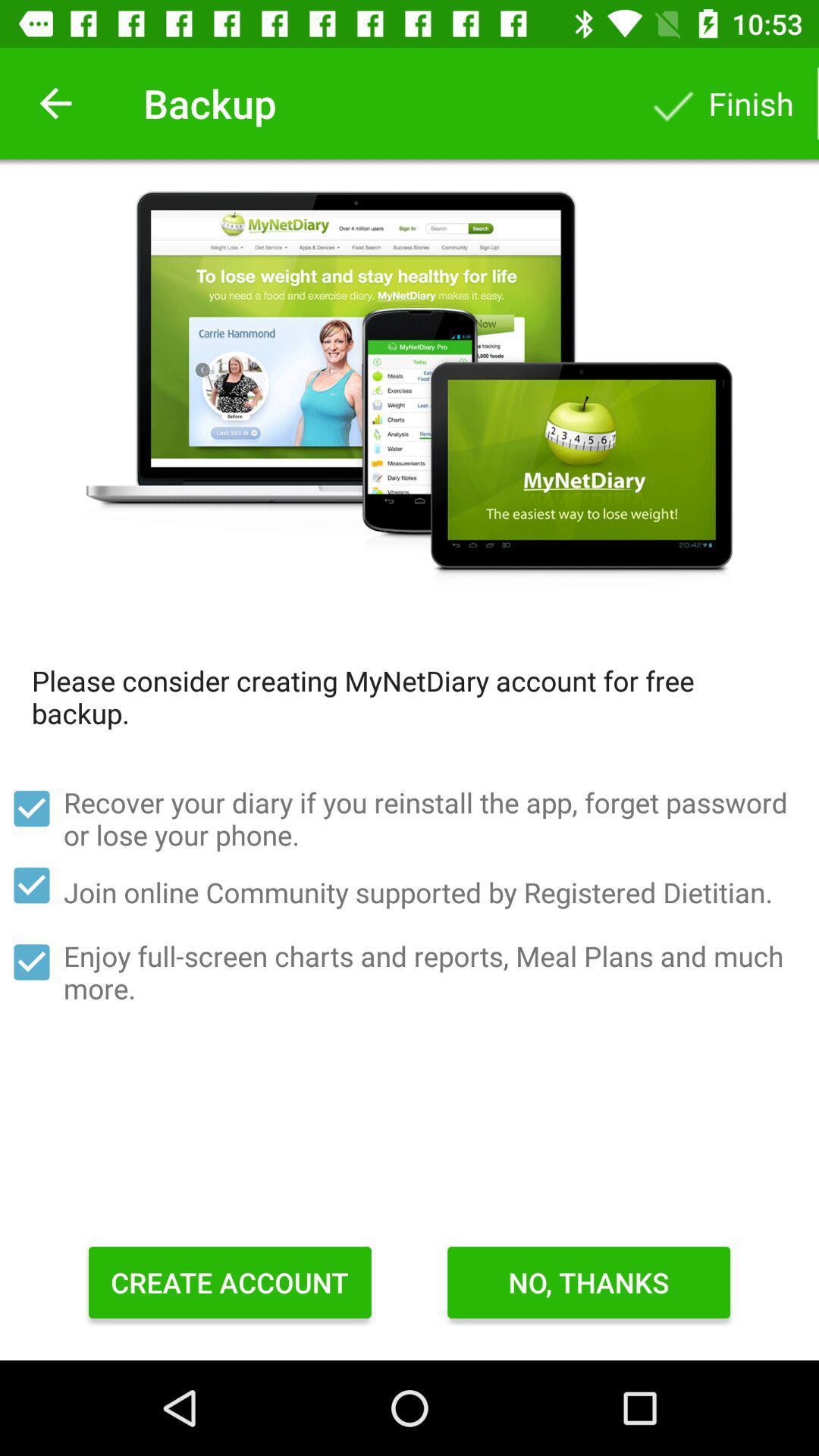 The width and height of the screenshot is (819, 1456). I want to click on icon at the bottom left corner, so click(230, 1282).